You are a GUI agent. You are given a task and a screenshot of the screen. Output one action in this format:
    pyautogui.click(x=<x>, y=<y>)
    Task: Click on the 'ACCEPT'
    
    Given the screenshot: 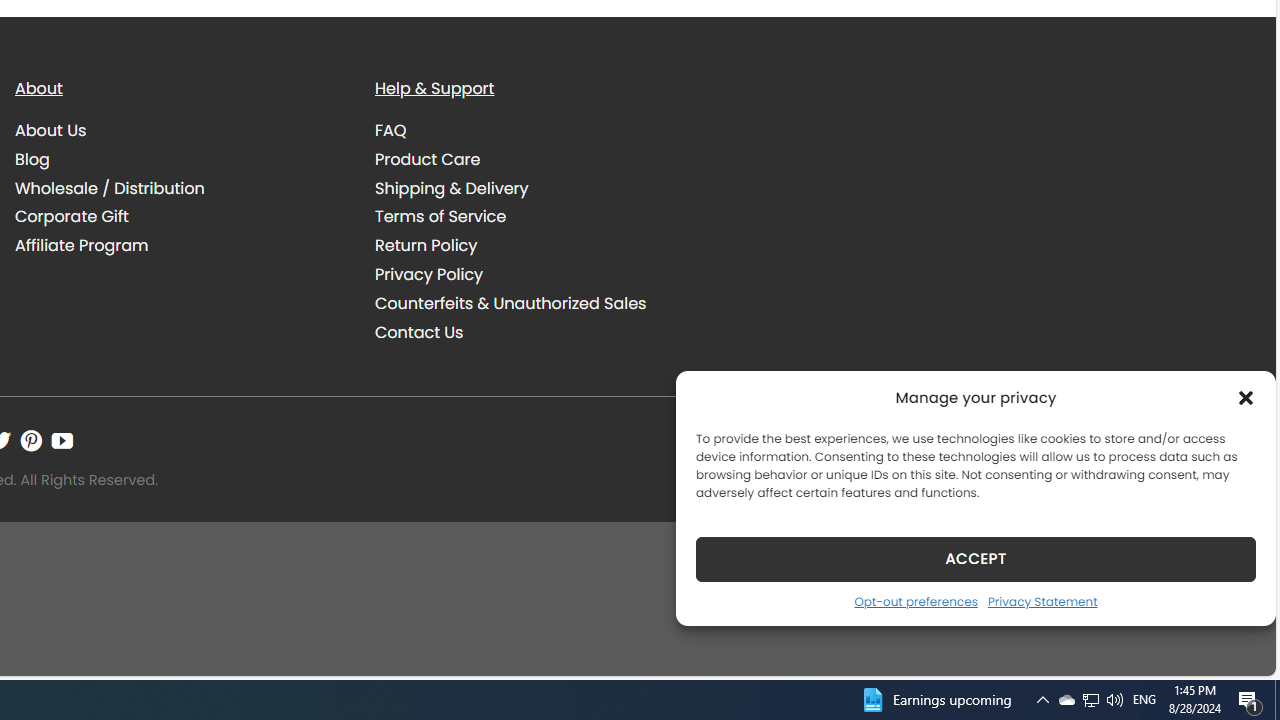 What is the action you would take?
    pyautogui.click(x=976, y=558)
    